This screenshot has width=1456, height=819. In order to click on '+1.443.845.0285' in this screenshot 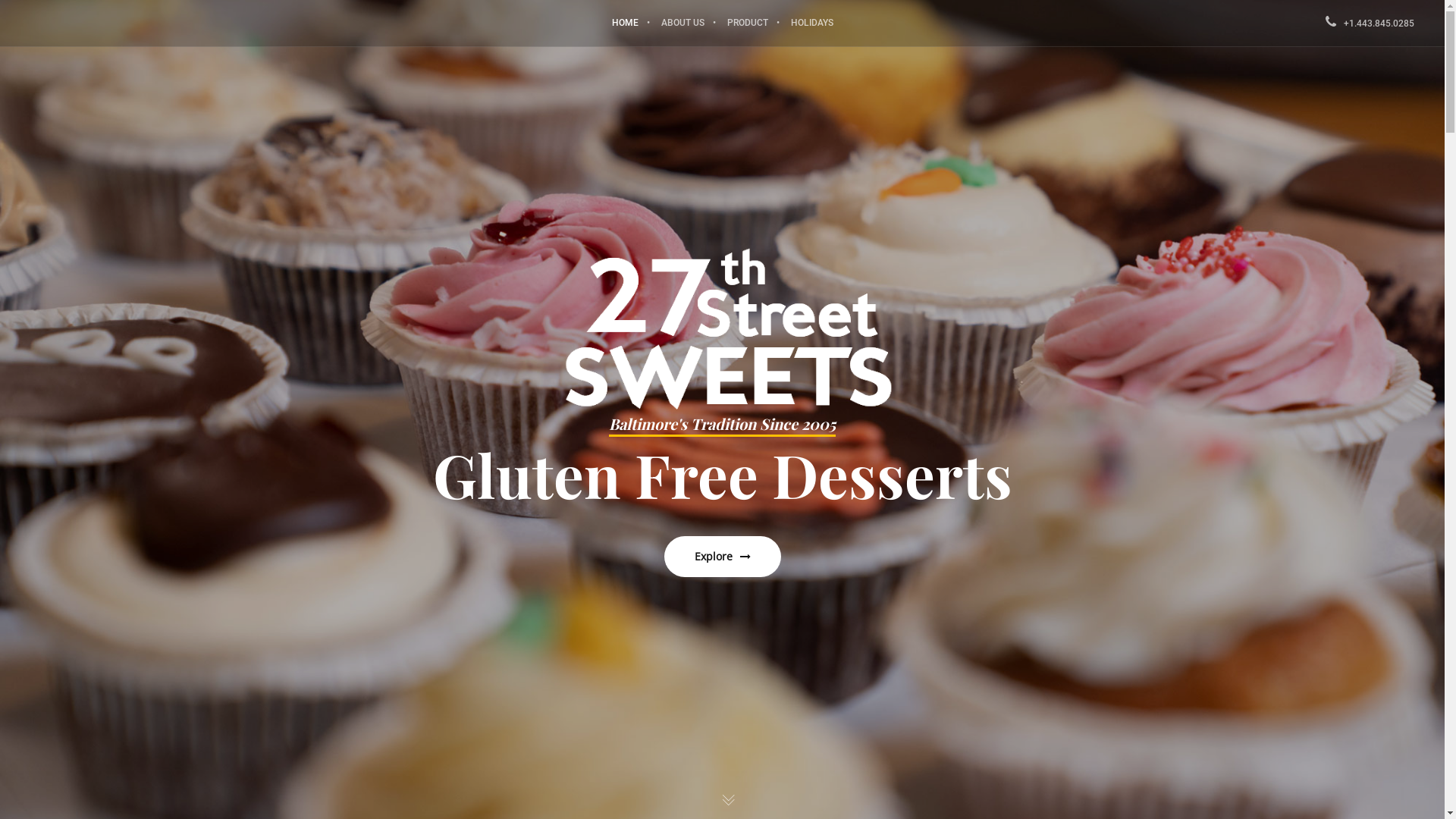, I will do `click(1370, 23)`.